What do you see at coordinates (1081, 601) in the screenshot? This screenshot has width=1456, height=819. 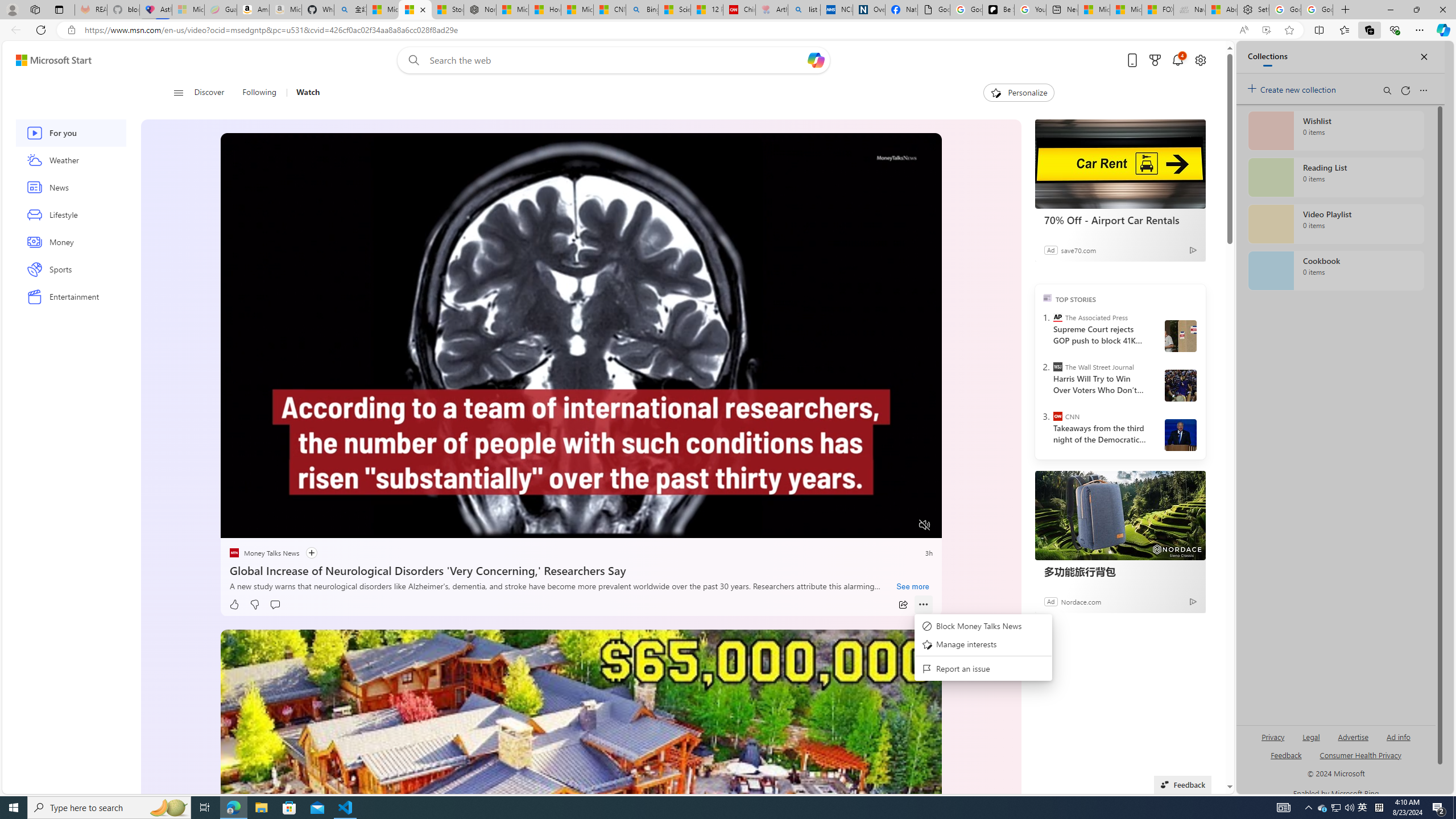 I see `'Nordace.com'` at bounding box center [1081, 601].